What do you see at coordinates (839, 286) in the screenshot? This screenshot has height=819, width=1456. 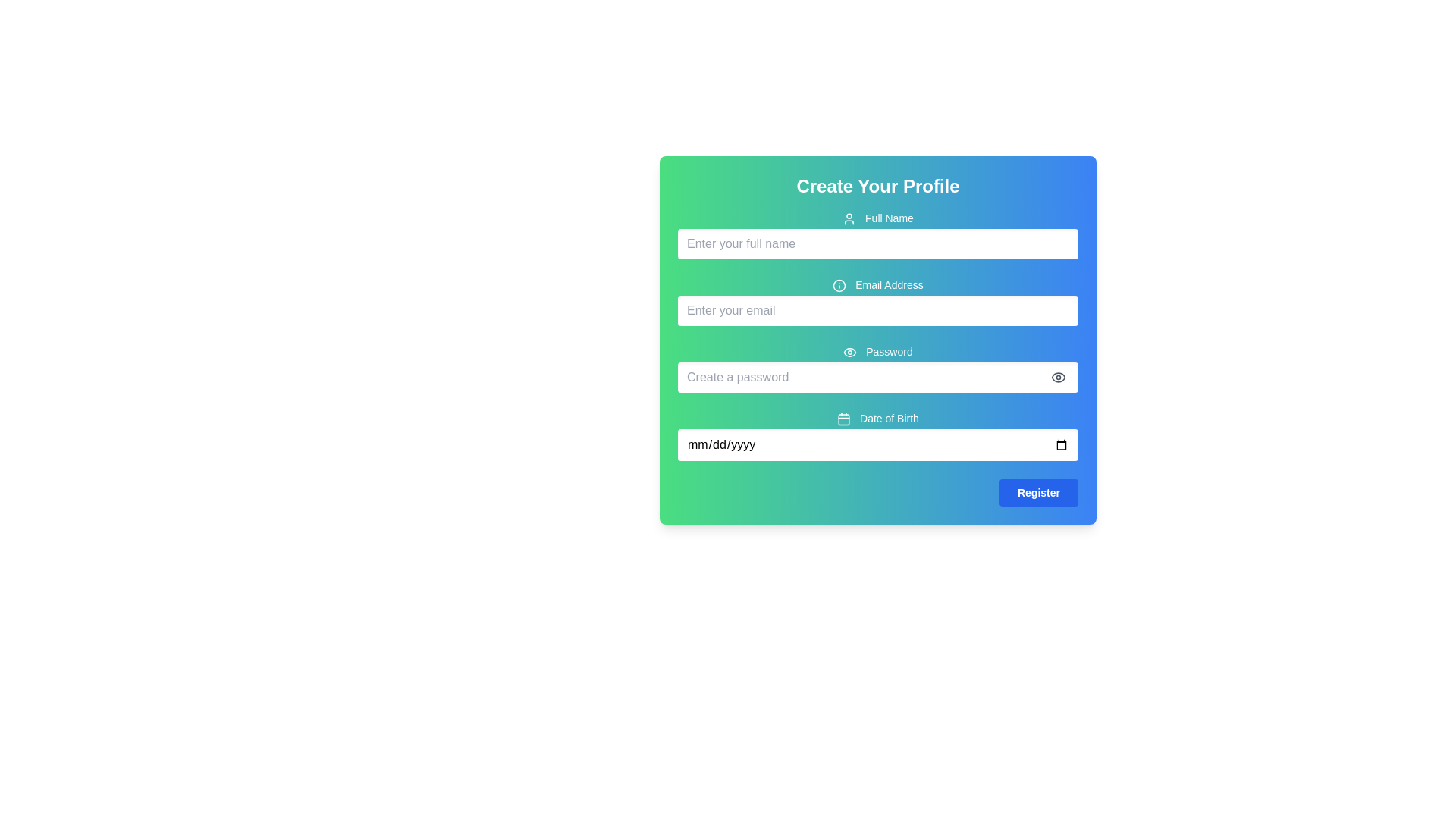 I see `the informational icon located to the left of the 'Email Address' label` at bounding box center [839, 286].